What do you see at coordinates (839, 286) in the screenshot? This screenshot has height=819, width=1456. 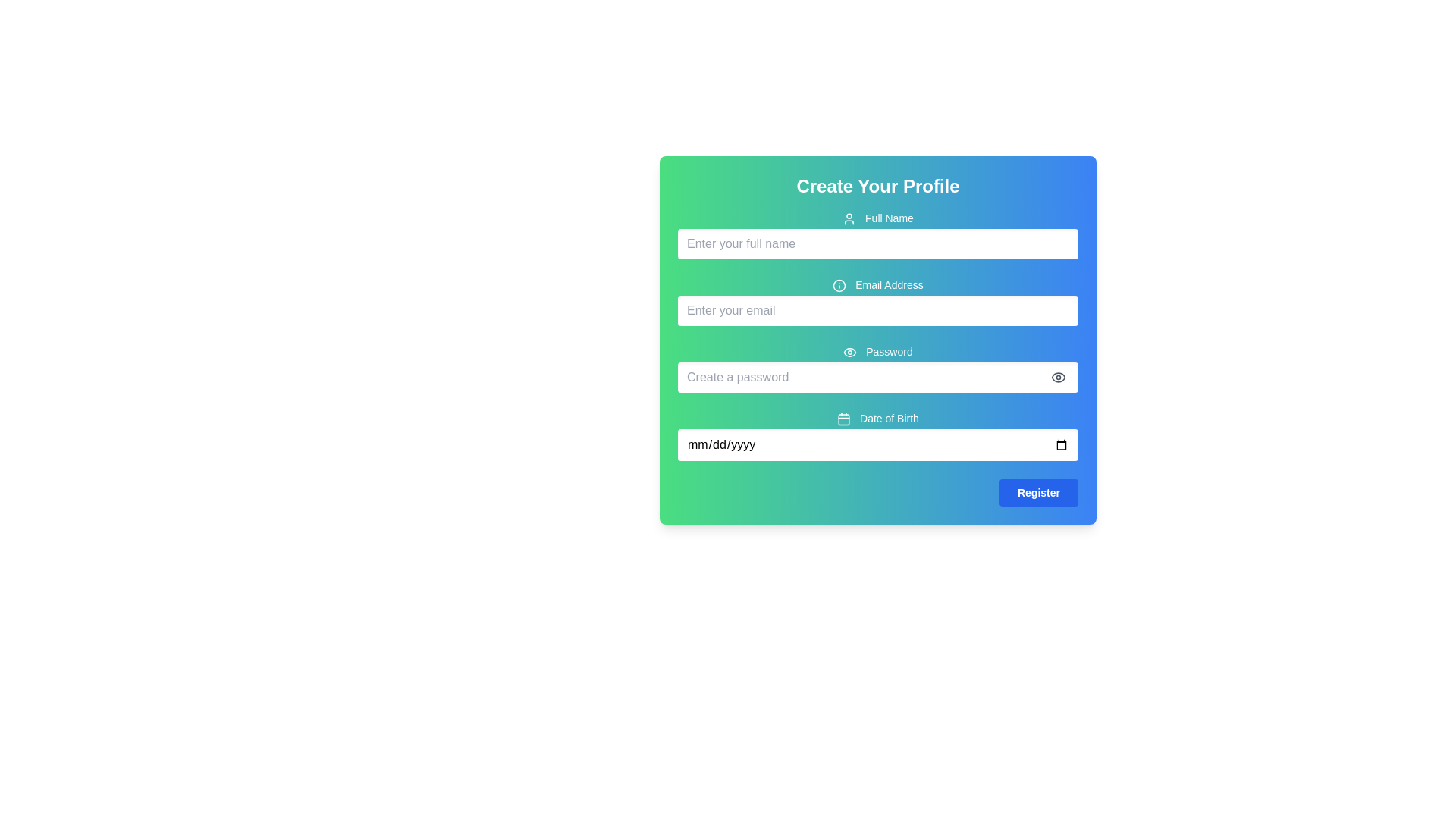 I see `the informational icon located to the left of the 'Email Address' label` at bounding box center [839, 286].